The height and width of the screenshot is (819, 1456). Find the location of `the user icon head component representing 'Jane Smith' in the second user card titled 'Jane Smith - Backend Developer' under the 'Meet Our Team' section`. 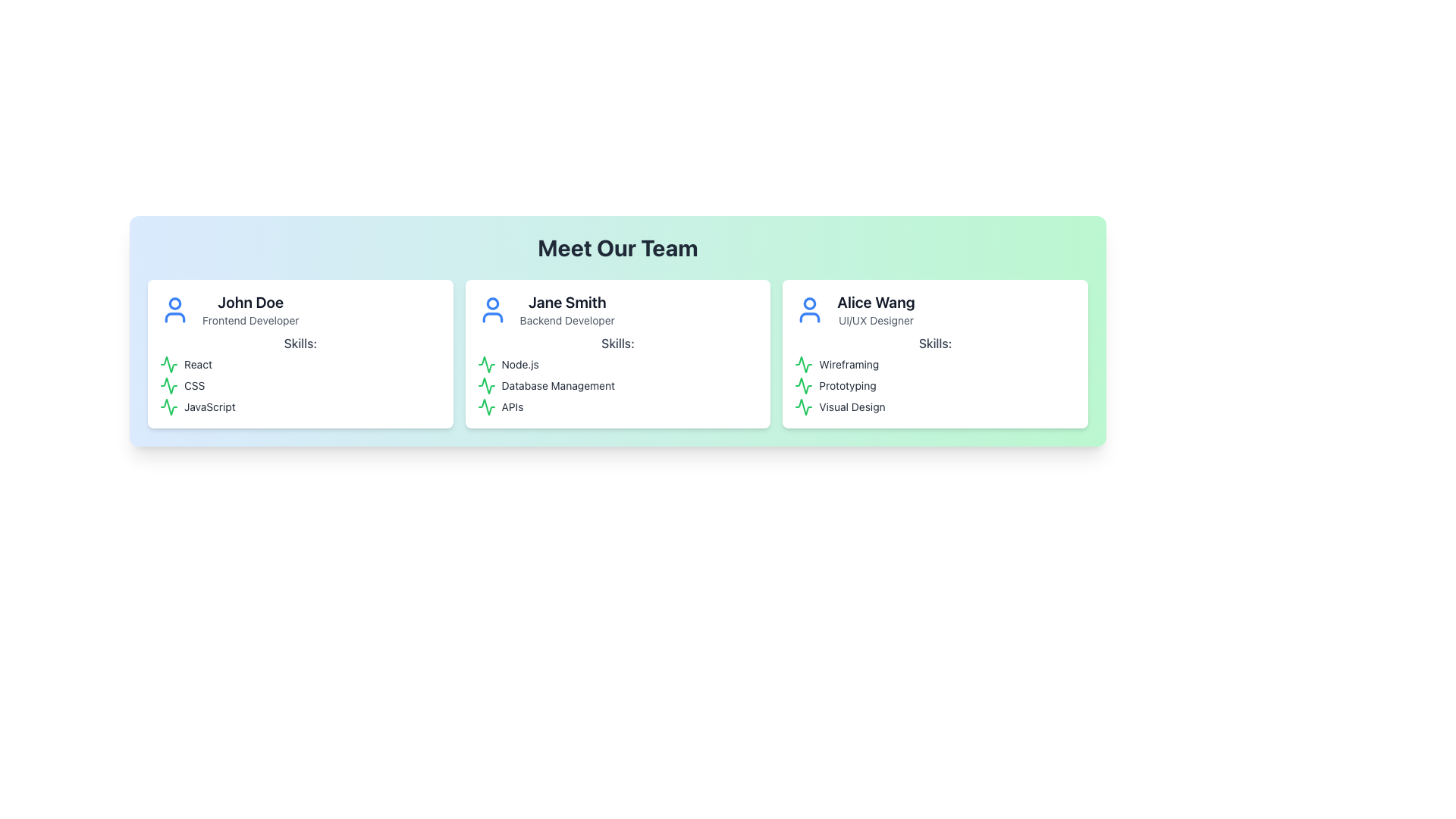

the user icon head component representing 'Jane Smith' in the second user card titled 'Jane Smith - Backend Developer' under the 'Meet Our Team' section is located at coordinates (492, 303).